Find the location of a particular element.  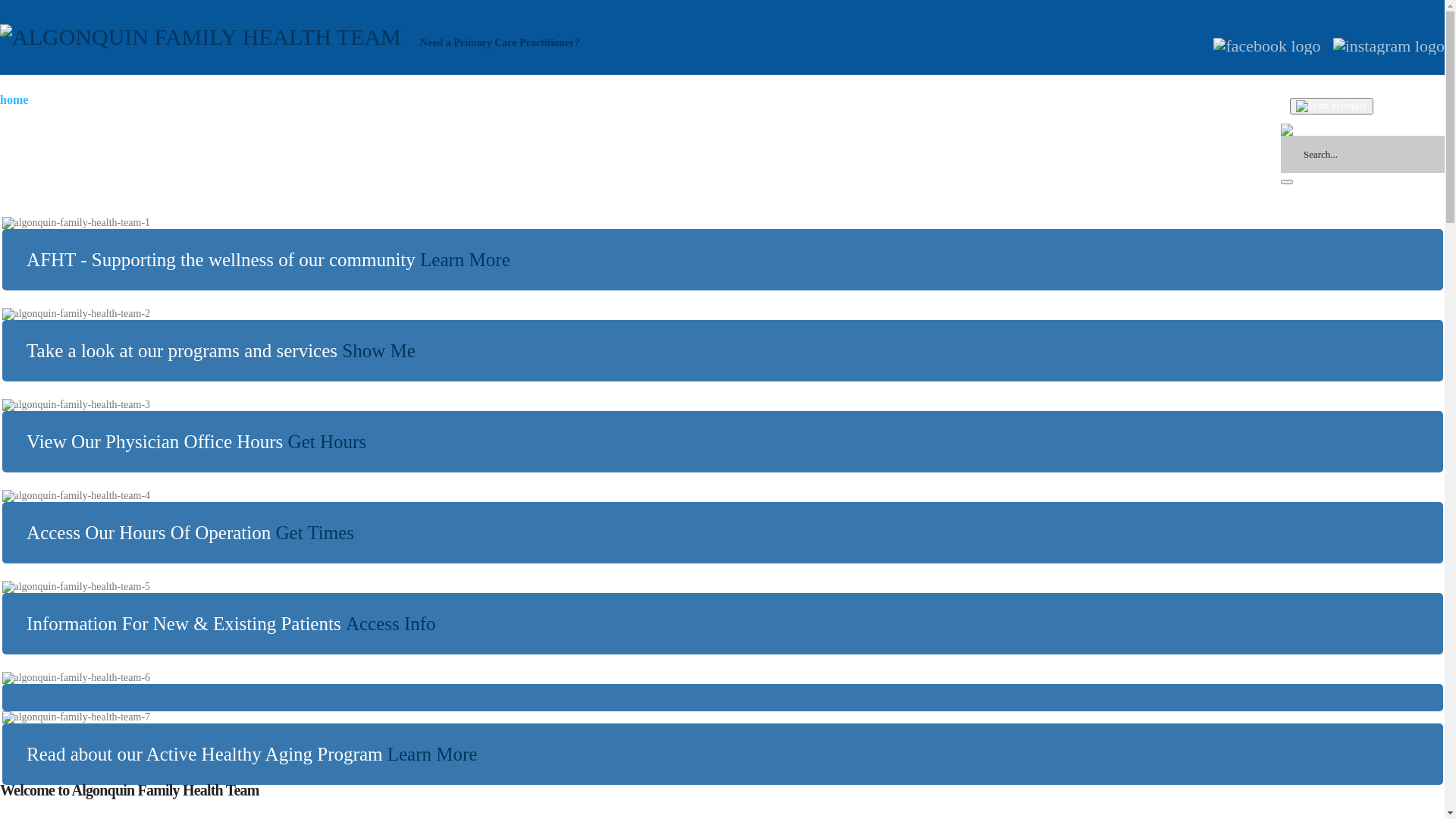

'Link: Hours of Operation is located at coordinates (313, 532).